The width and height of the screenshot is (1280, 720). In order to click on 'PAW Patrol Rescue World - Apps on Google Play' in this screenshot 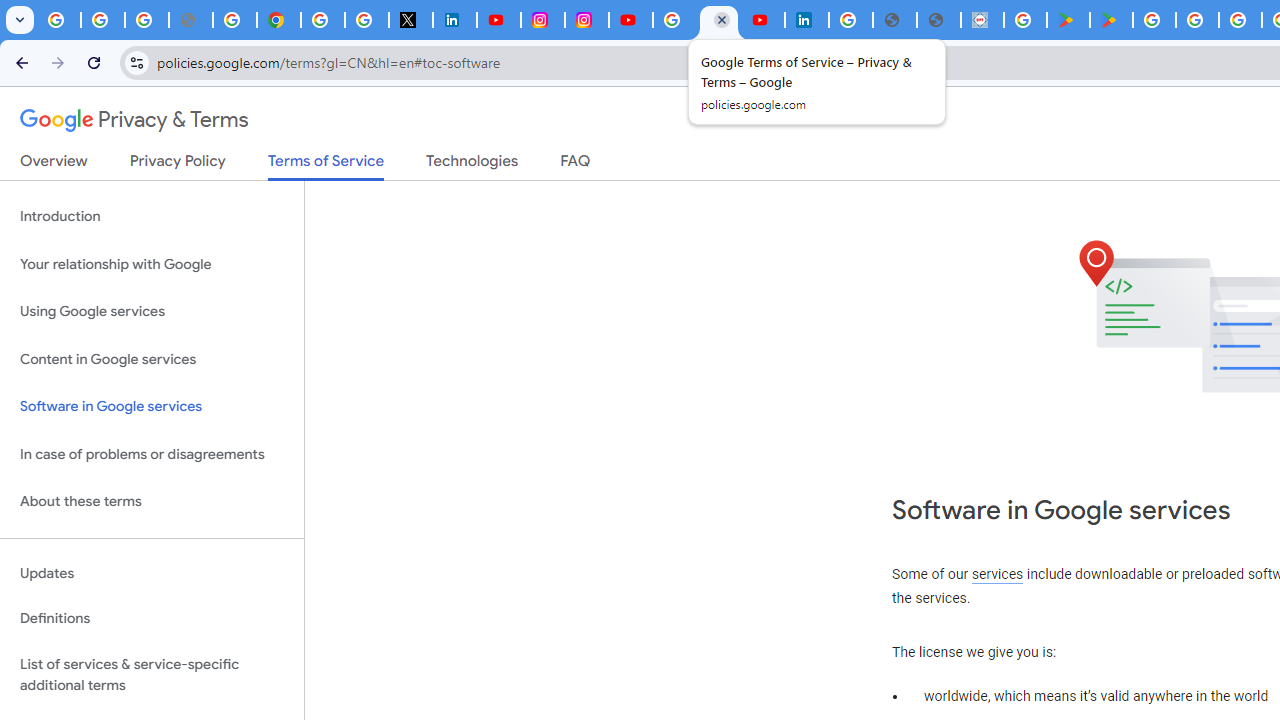, I will do `click(1110, 20)`.